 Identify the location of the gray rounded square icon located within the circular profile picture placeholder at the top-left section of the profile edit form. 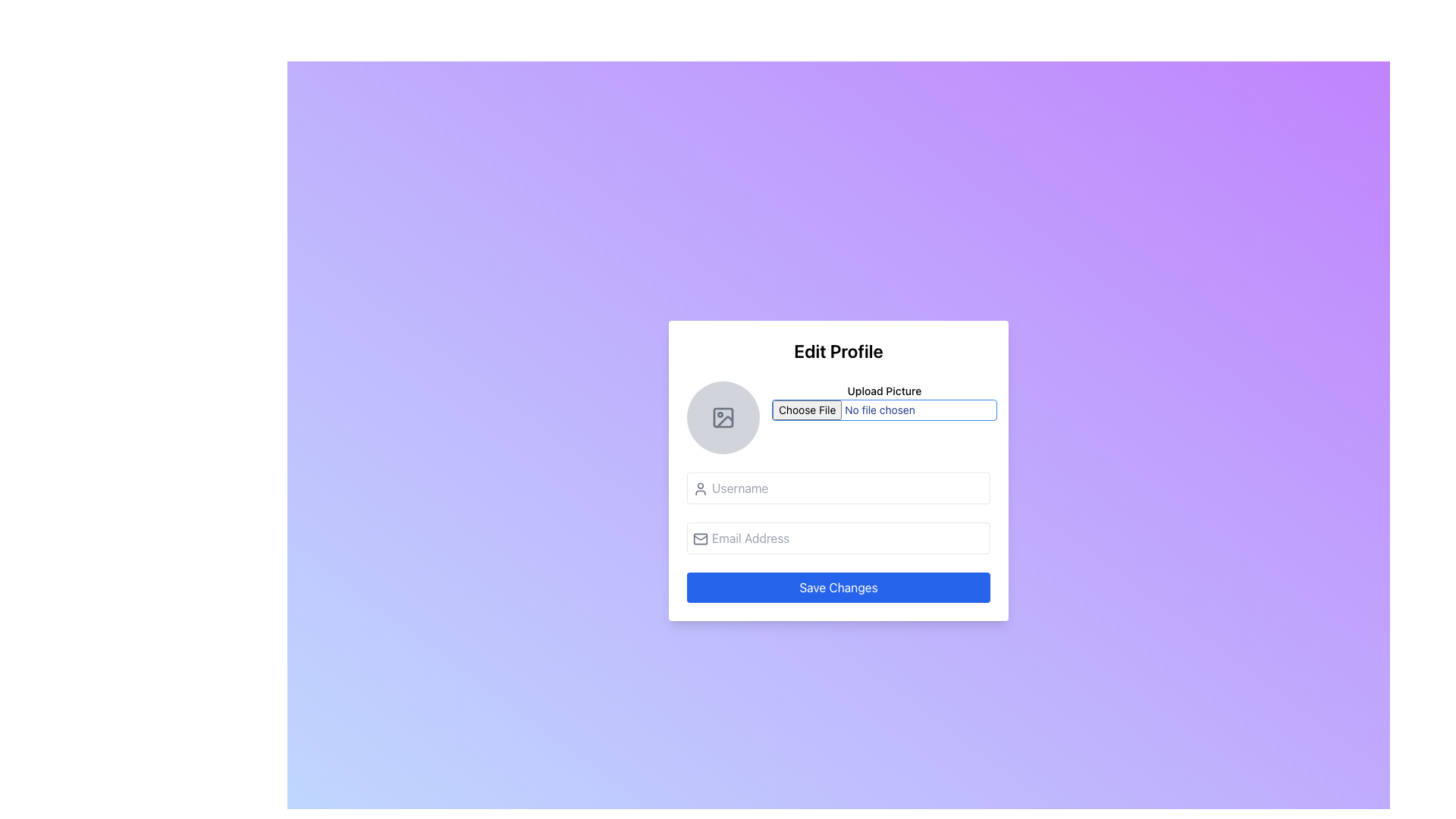
(723, 418).